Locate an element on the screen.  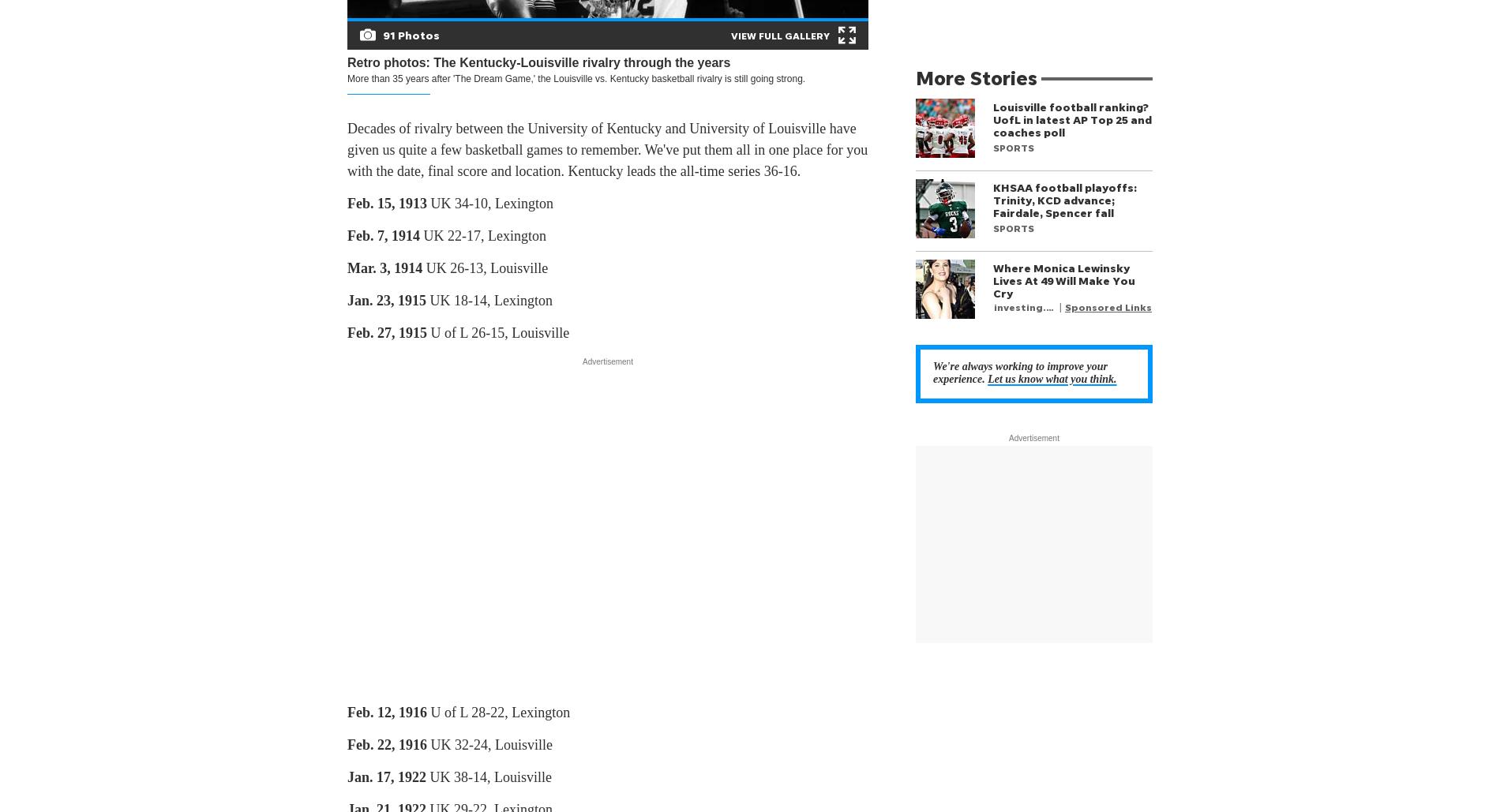
'UK 18-14, Lexington' is located at coordinates (489, 300).